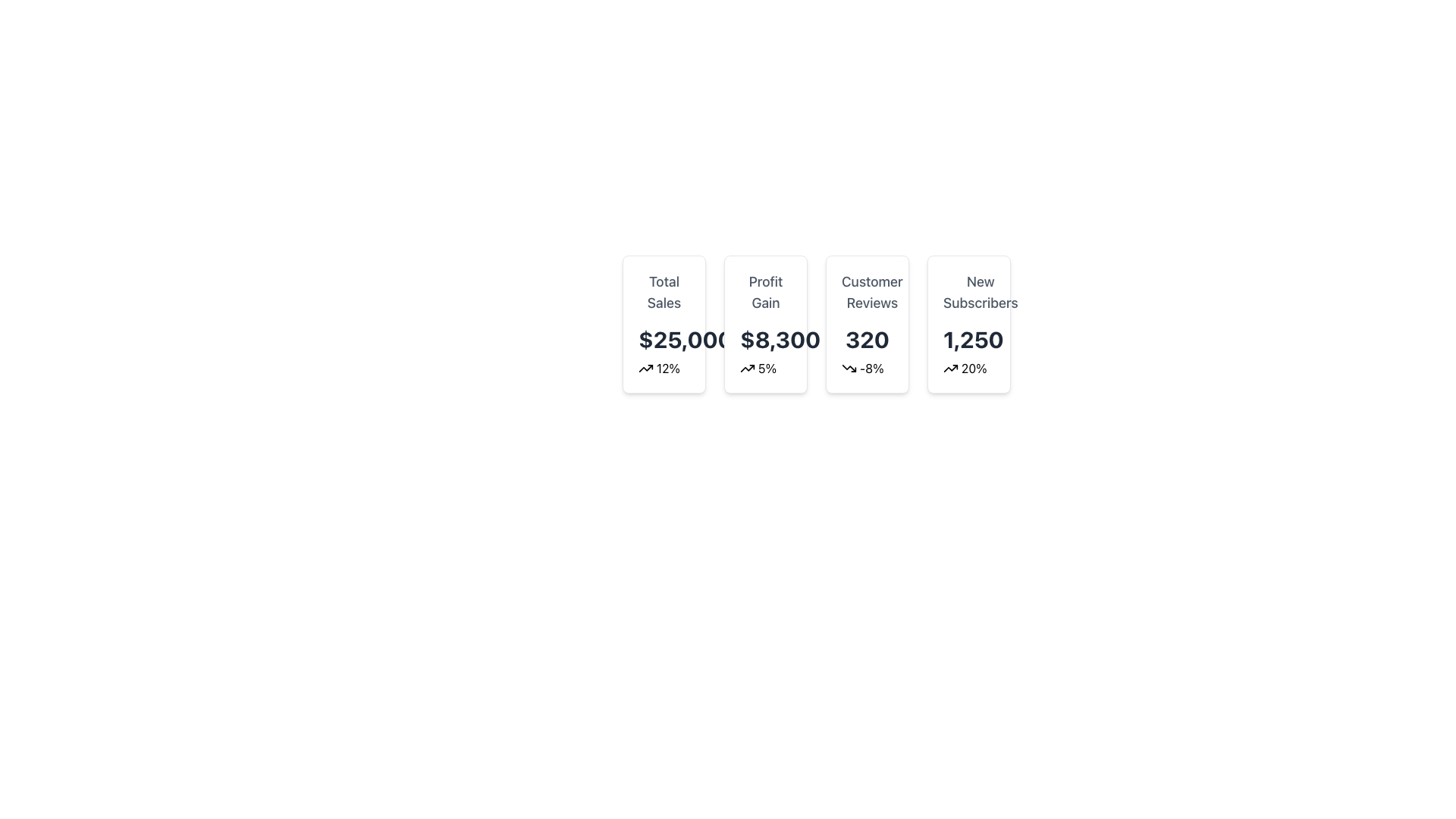 The height and width of the screenshot is (819, 1456). I want to click on the numerical value representing the count of new subscribers located within the 'New Subscribers' card, positioned below the label 'New Subscribers' and above the percentage text '20%.', so click(968, 338).